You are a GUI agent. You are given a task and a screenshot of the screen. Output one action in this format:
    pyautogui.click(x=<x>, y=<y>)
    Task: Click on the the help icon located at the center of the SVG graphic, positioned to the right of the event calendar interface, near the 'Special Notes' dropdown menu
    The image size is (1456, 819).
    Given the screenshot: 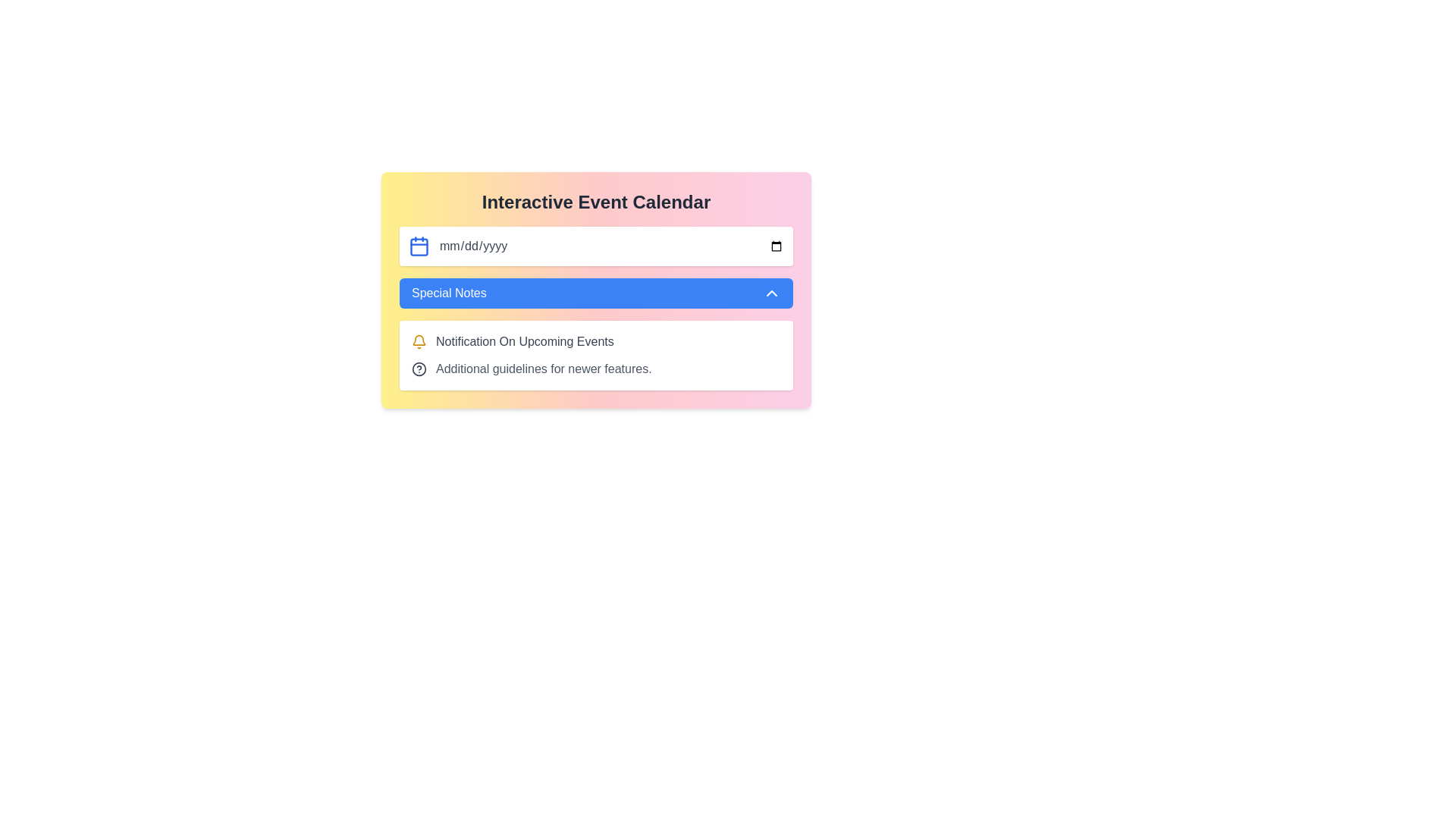 What is the action you would take?
    pyautogui.click(x=419, y=369)
    